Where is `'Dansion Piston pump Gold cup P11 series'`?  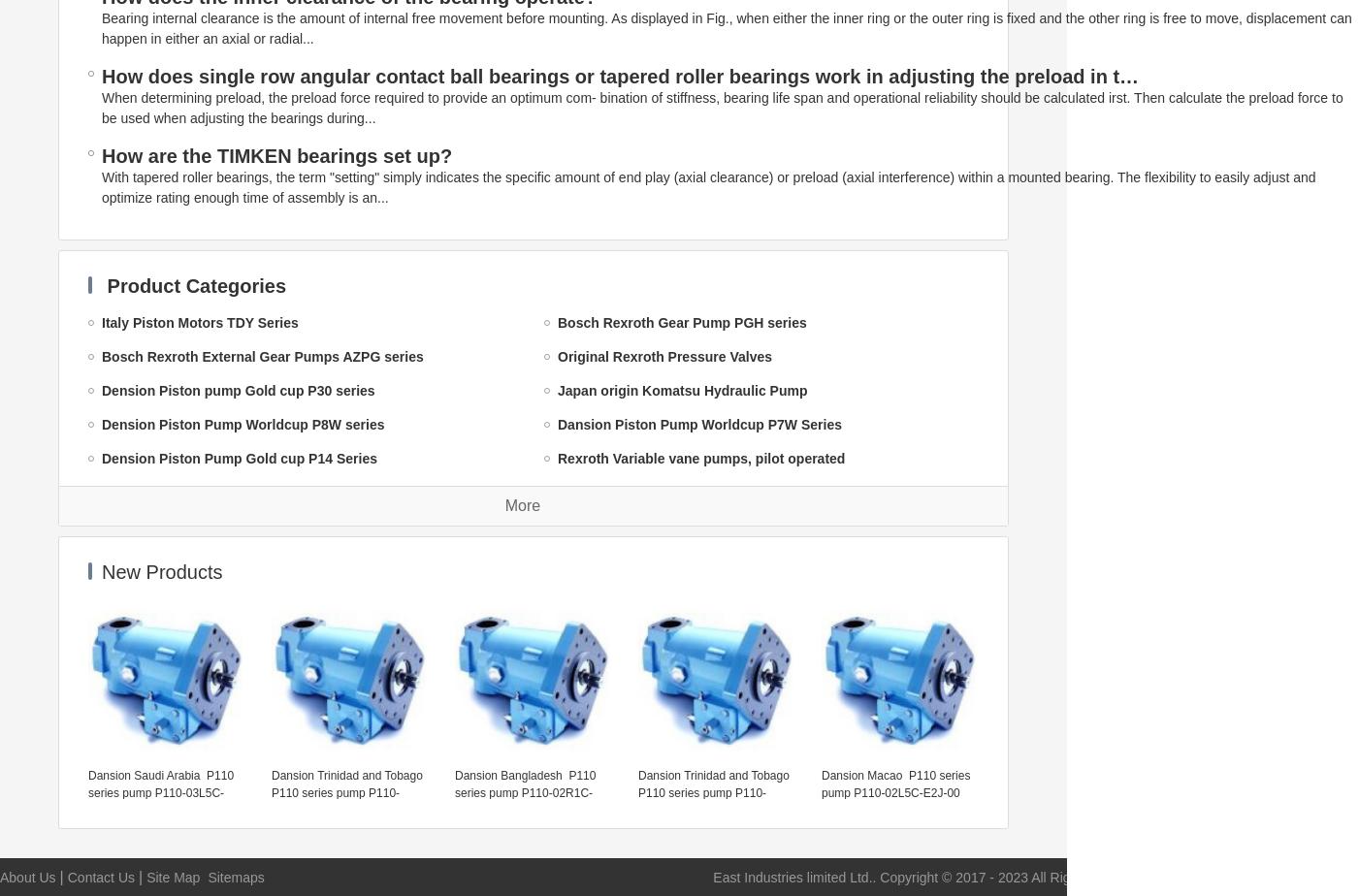 'Dansion Piston pump Gold cup P11 series' is located at coordinates (556, 729).